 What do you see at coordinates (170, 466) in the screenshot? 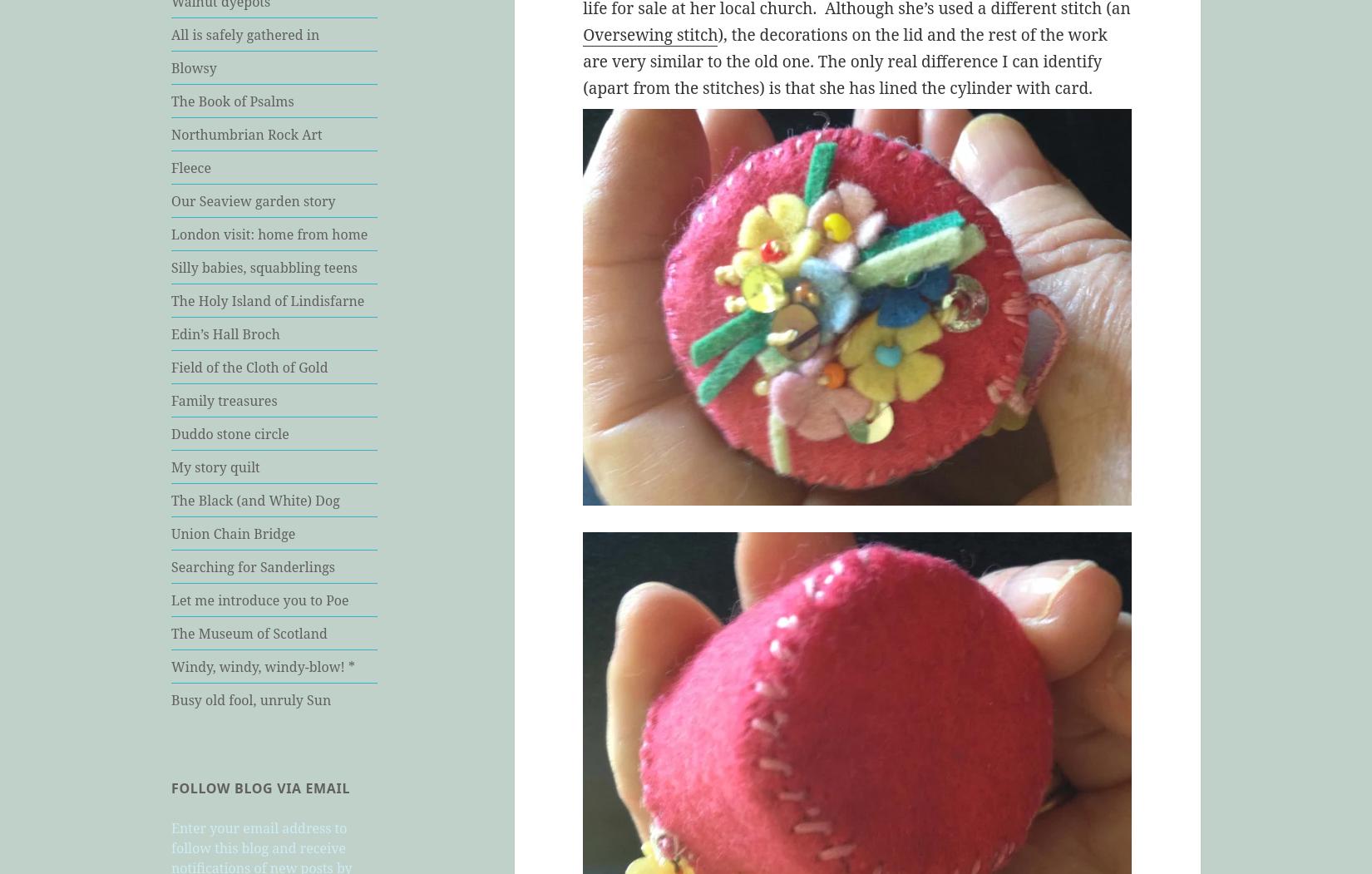
I see `'My story quilt'` at bounding box center [170, 466].